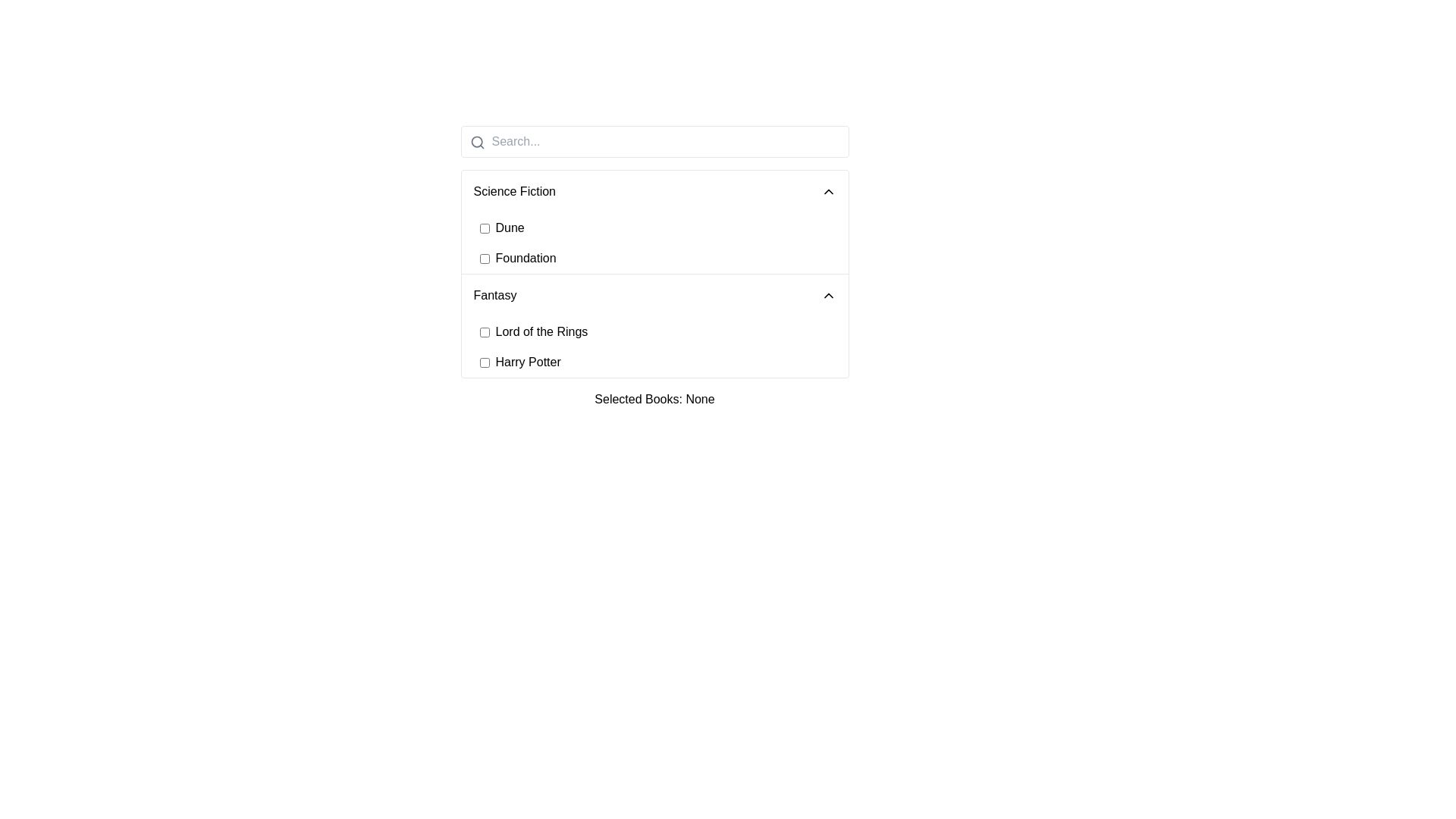  Describe the element at coordinates (514, 191) in the screenshot. I see `the static text element that denotes the title of the 'Science Fiction' category in the dropdown` at that location.